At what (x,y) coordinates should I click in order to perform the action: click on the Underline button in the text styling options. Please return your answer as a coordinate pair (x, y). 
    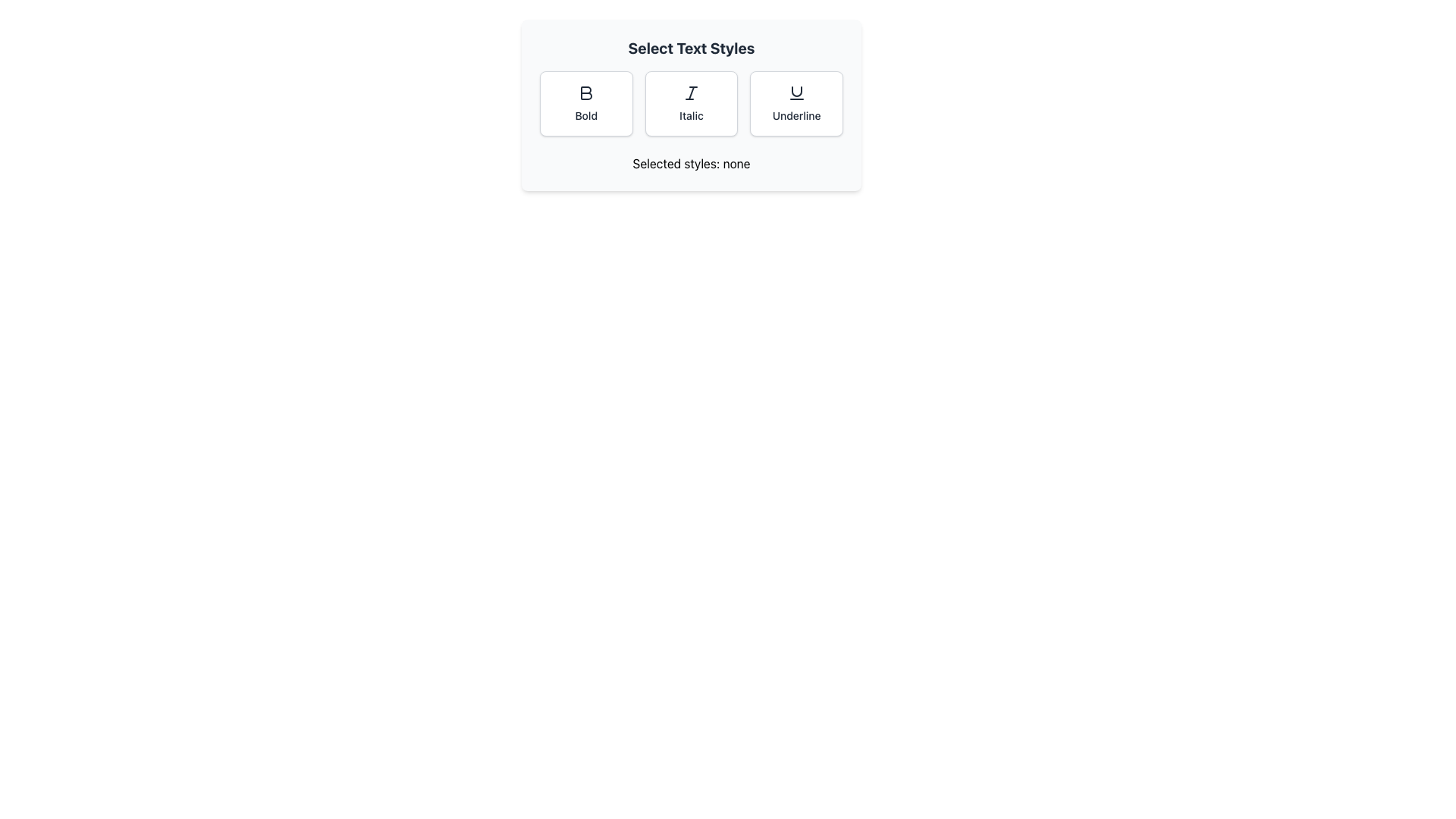
    Looking at the image, I should click on (795, 93).